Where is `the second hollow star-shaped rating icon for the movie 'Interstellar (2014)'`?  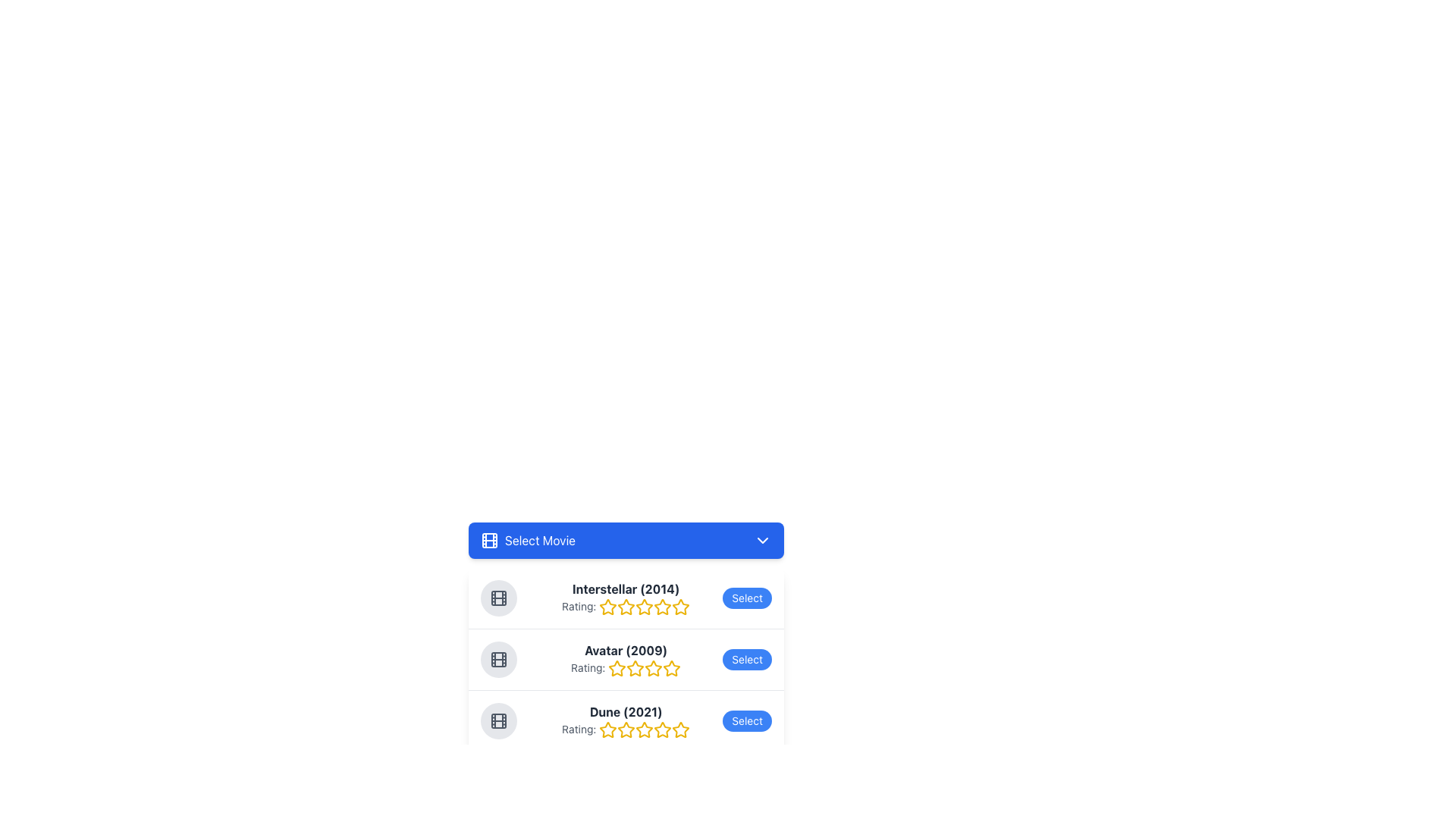
the second hollow star-shaped rating icon for the movie 'Interstellar (2014)' is located at coordinates (645, 606).